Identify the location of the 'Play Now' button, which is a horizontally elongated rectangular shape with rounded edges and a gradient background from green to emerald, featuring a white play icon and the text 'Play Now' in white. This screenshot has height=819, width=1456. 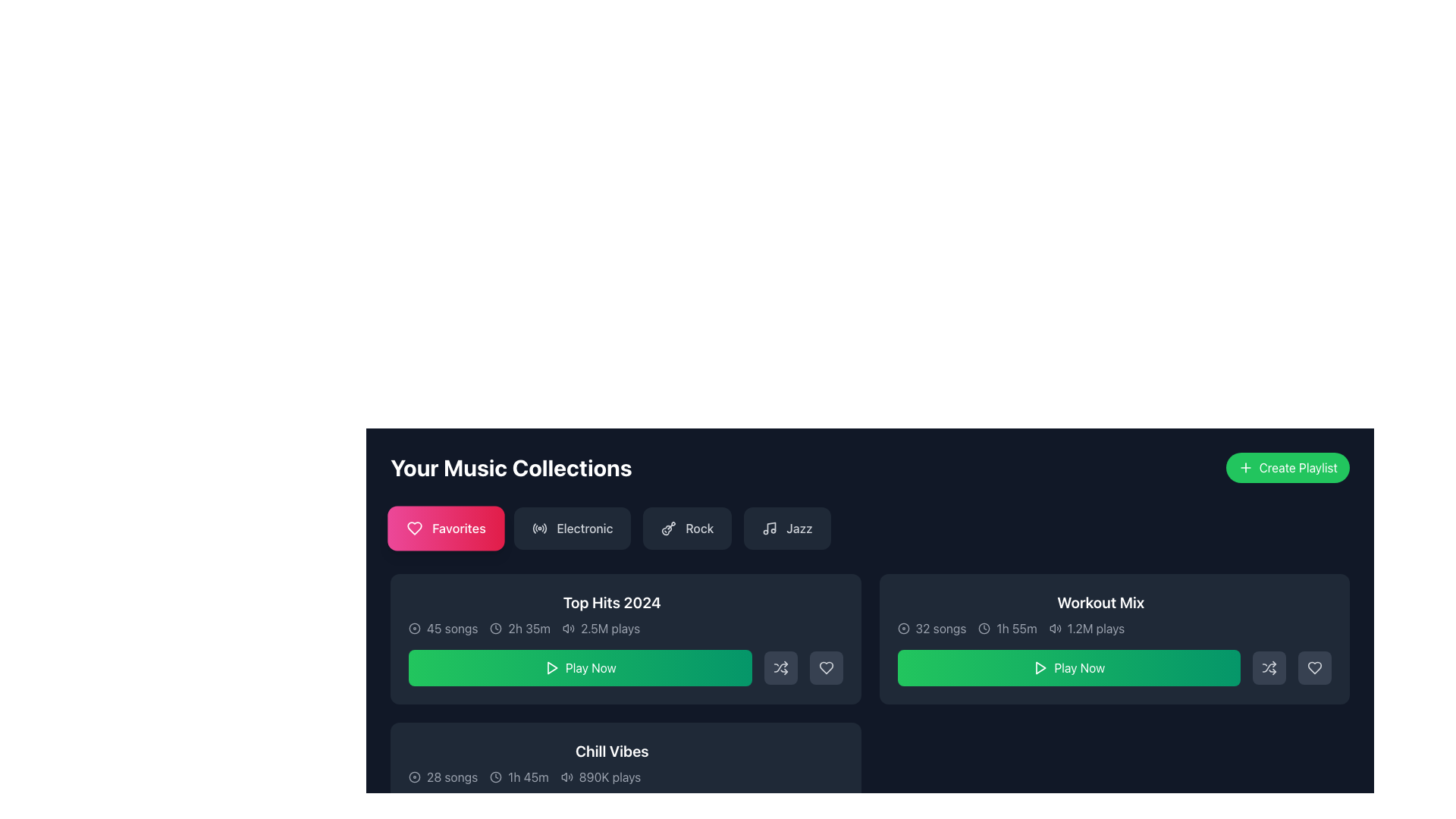
(1068, 667).